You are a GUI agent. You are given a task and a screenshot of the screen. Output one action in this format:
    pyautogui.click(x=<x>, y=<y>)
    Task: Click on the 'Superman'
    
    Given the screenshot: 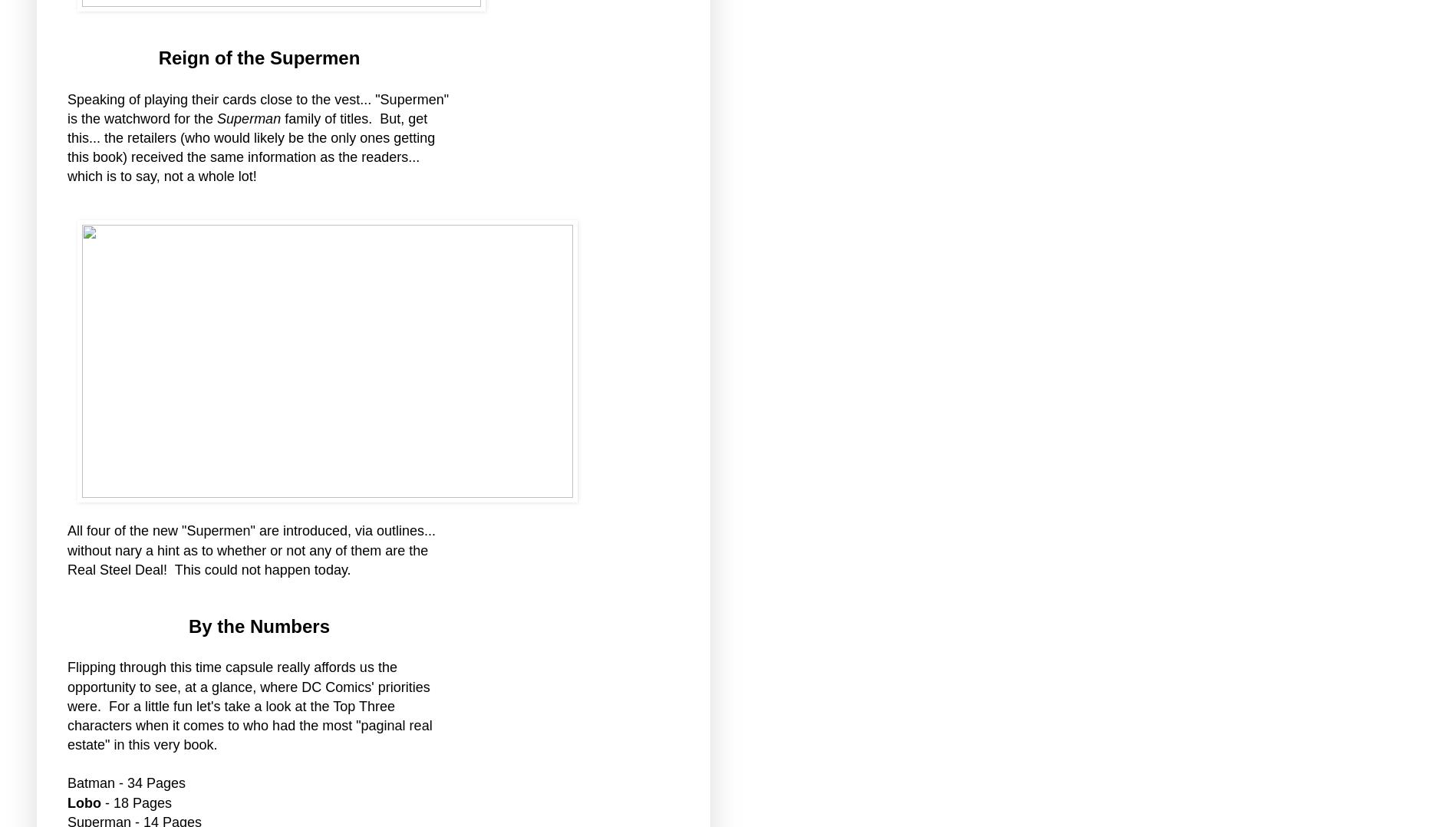 What is the action you would take?
    pyautogui.click(x=251, y=118)
    